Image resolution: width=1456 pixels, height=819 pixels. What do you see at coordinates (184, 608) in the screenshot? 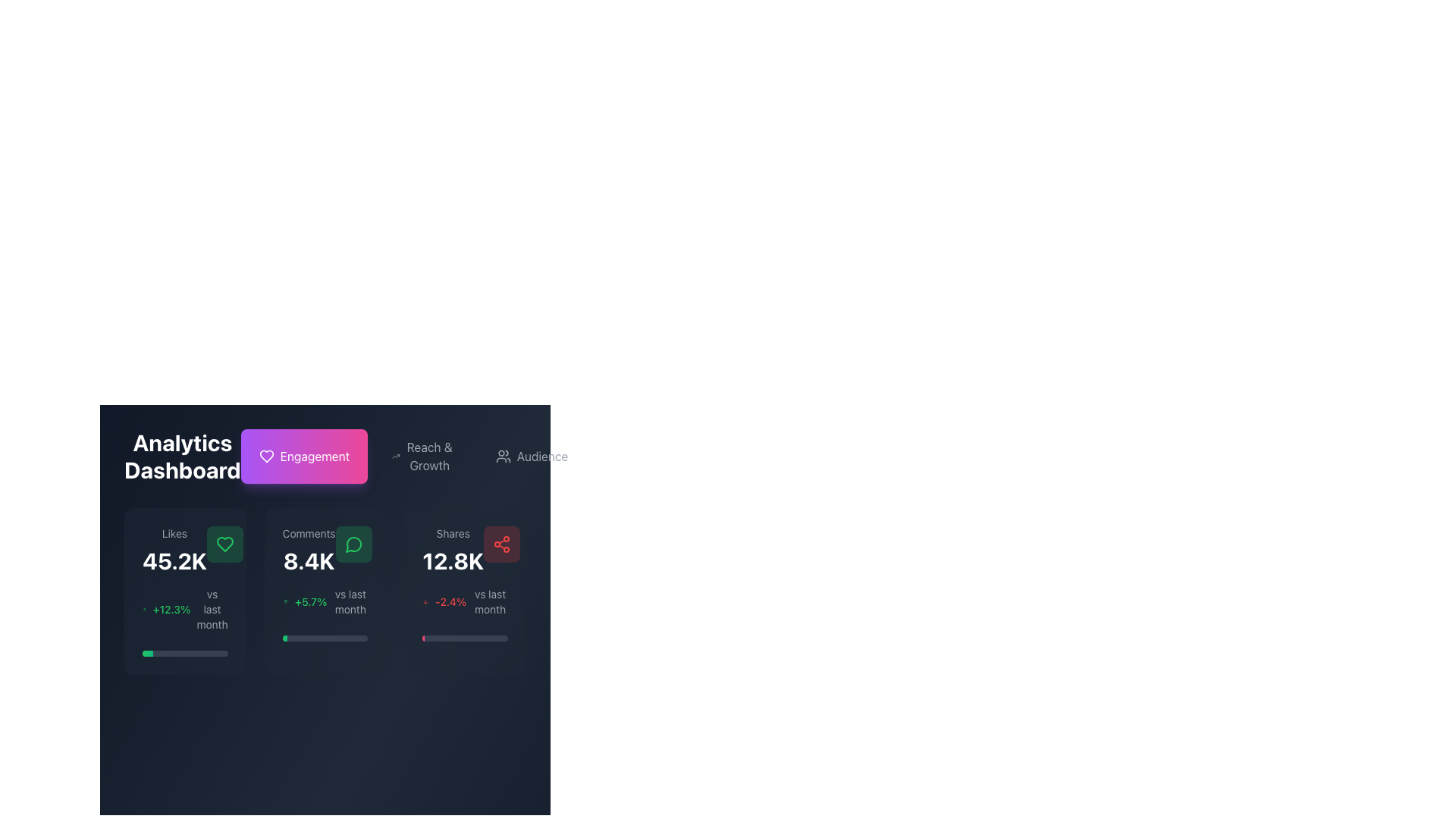
I see `the green percentage indicator showing a positive change of '+12.3%' in the 'Likes' section of the analytics dashboard to interact with additional details` at bounding box center [184, 608].